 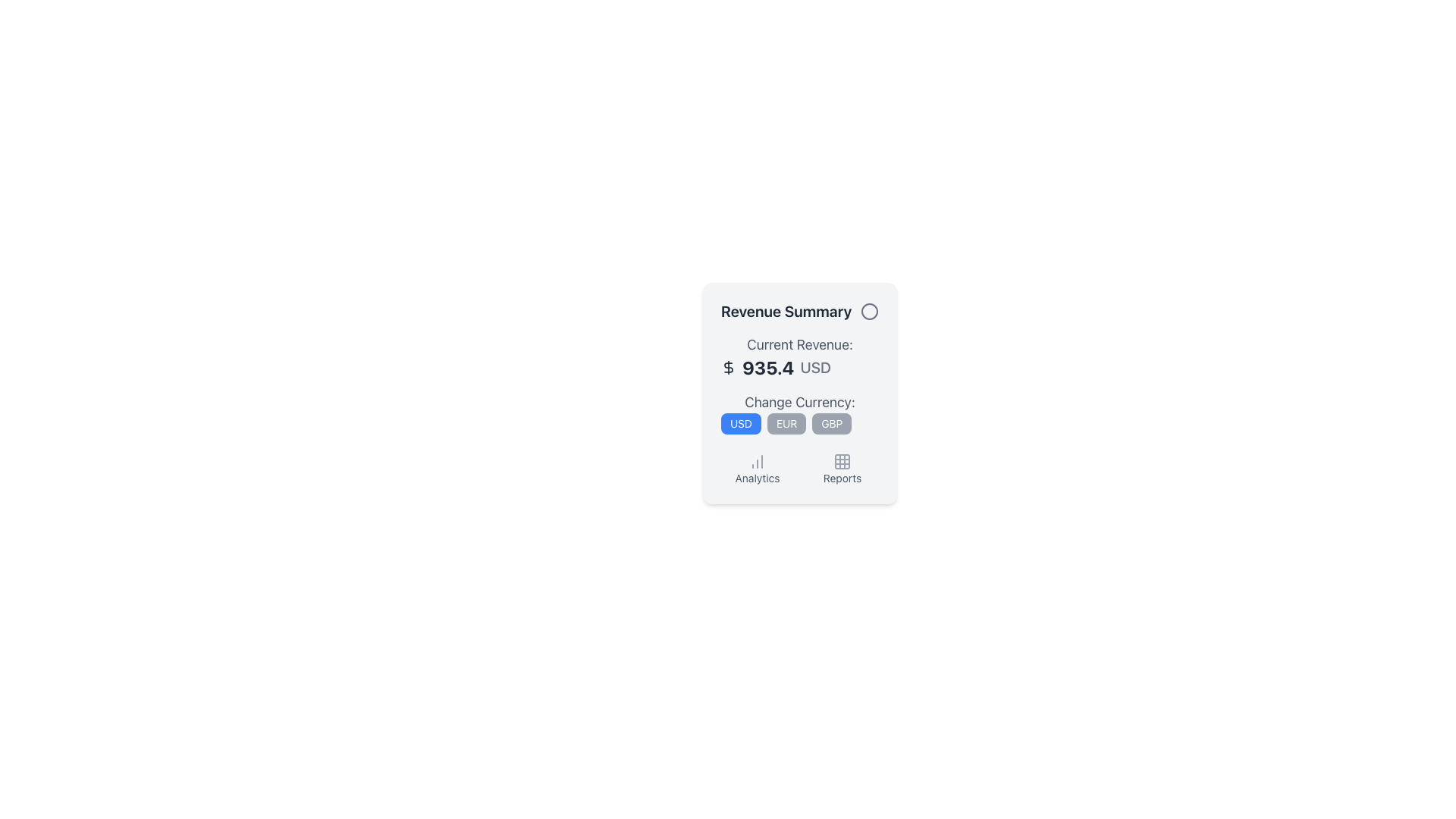 I want to click on the Text Display element that shows the financial value, located below the 'Current Revenue:' label and above subsequent elements, so click(x=799, y=368).